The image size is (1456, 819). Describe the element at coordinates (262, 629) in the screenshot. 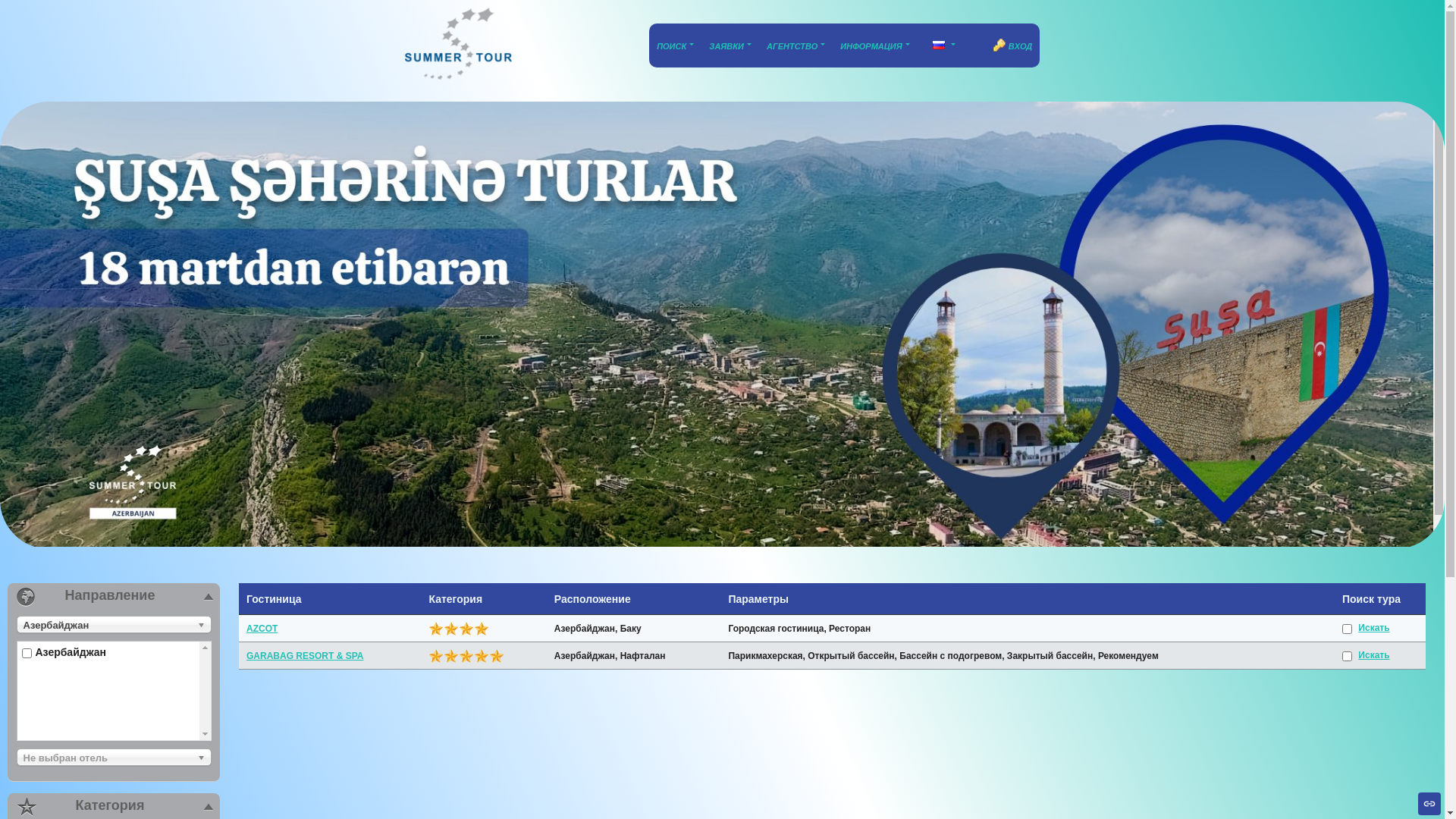

I see `'AZCOT'` at that location.